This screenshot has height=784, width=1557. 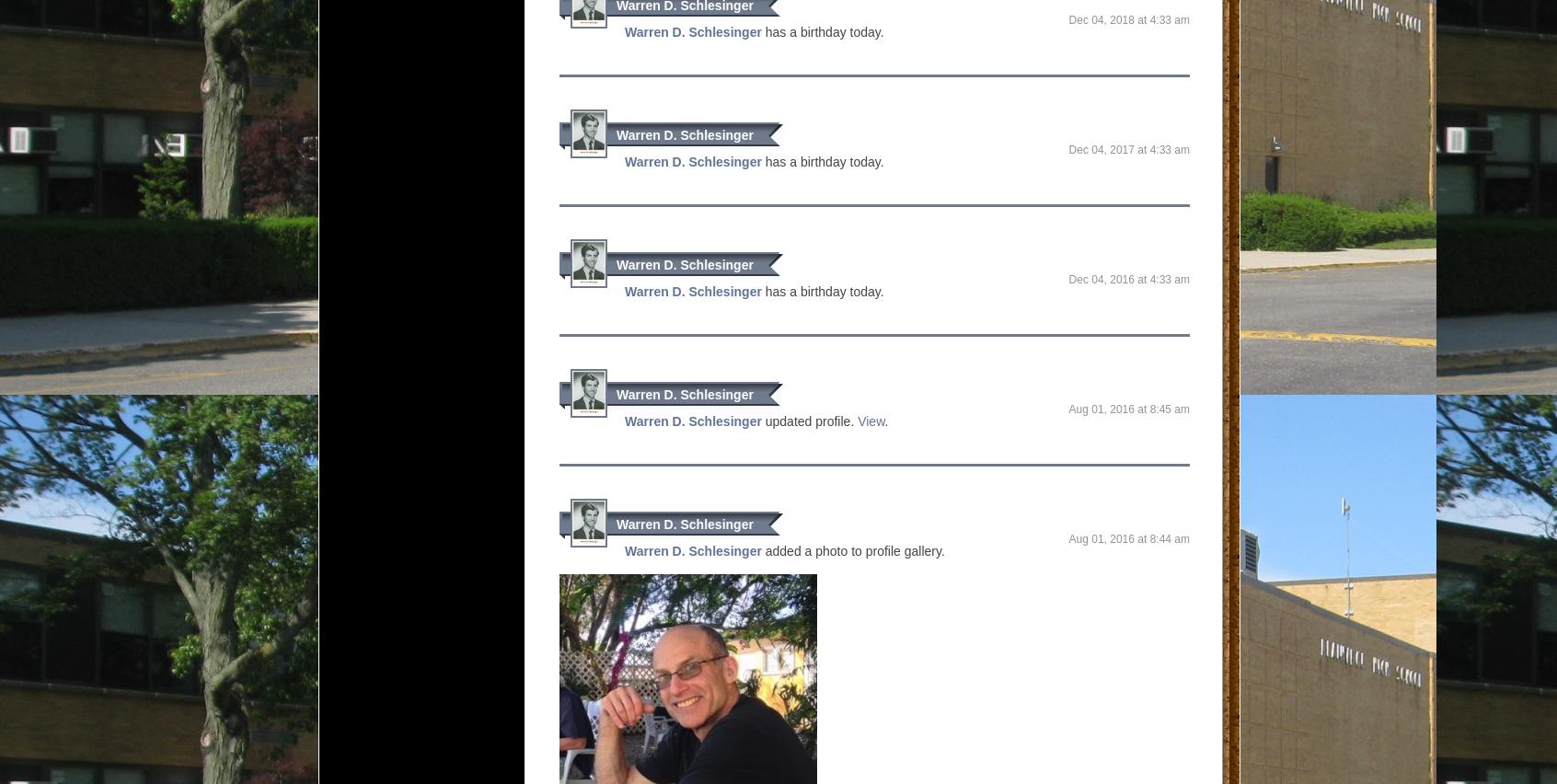 I want to click on 'View', so click(x=871, y=421).